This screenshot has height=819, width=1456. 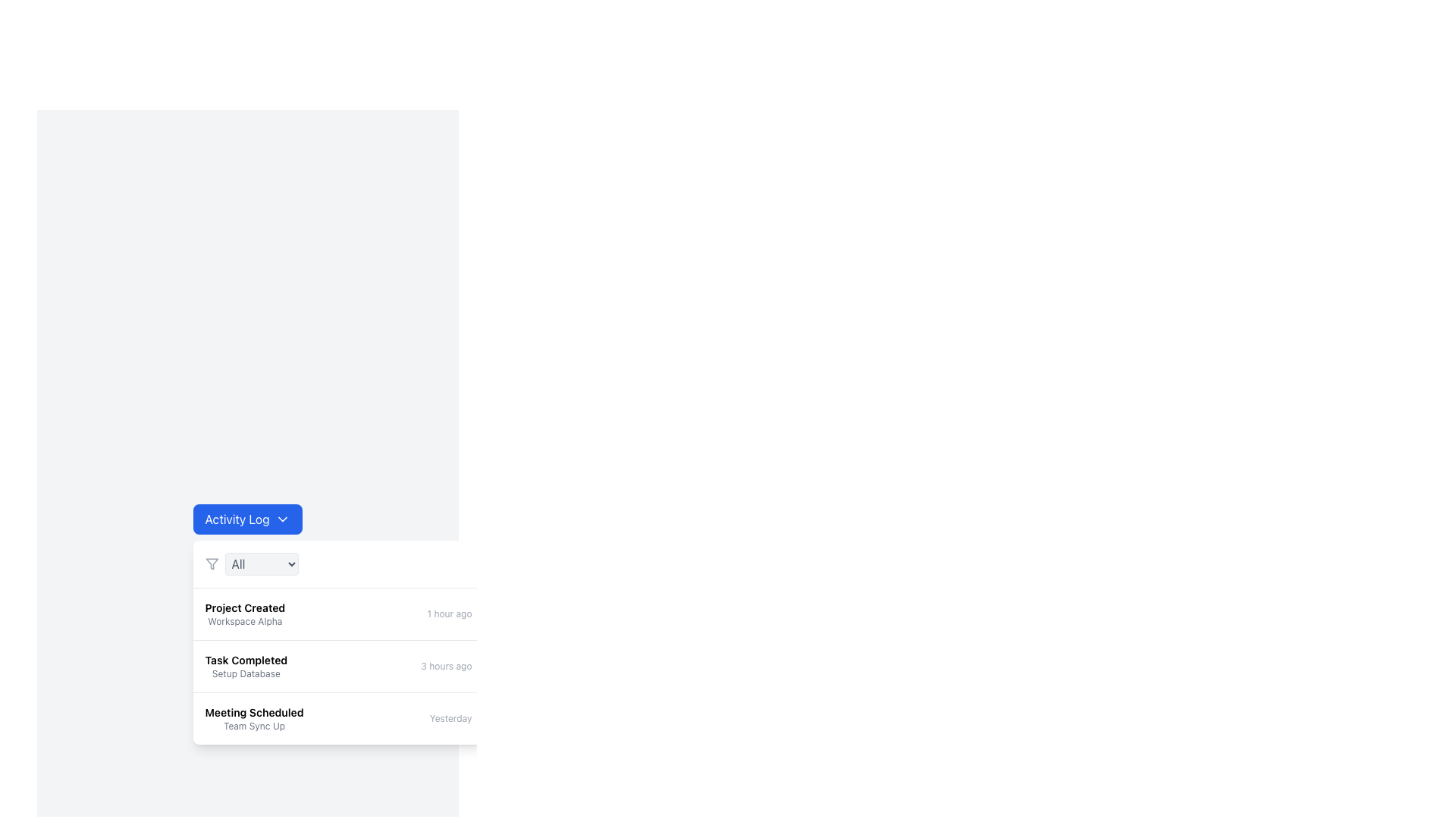 What do you see at coordinates (211, 564) in the screenshot?
I see `the minimalistic triangular-shaped graphical icon resembling a funnel located in the top-left corner of the dropdown menu adjacent to the 'All' dropdown button` at bounding box center [211, 564].